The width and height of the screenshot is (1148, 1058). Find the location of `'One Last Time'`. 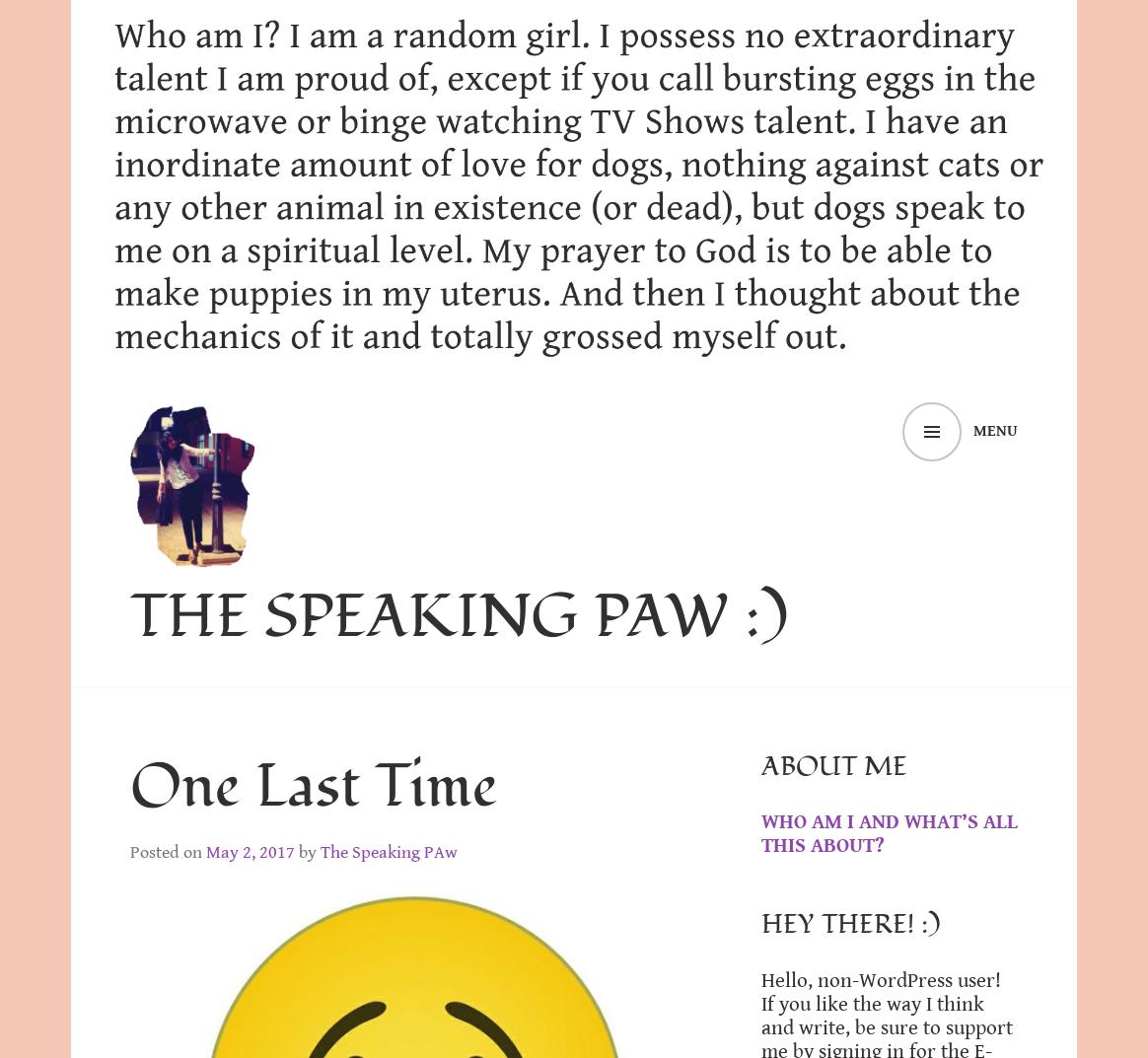

'One Last Time' is located at coordinates (314, 786).